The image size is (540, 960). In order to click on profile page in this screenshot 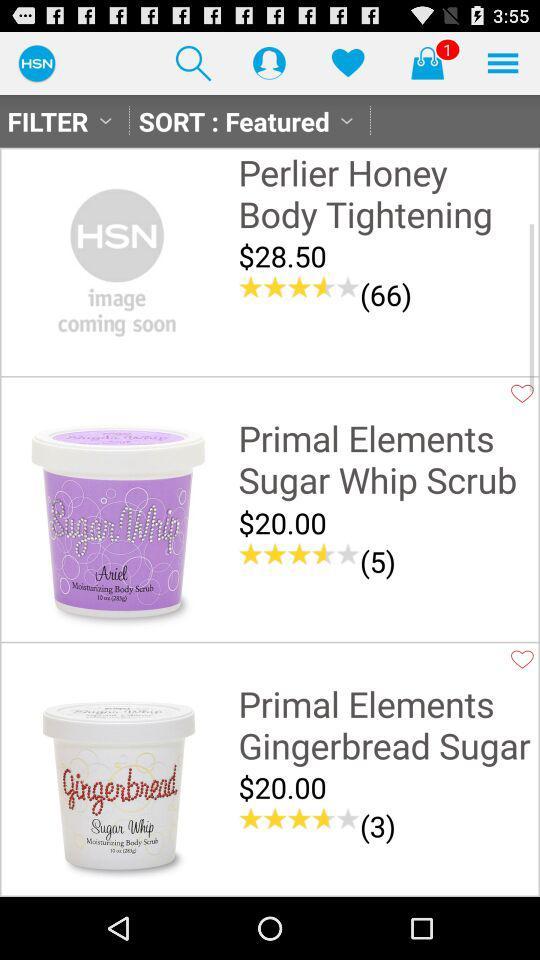, I will do `click(269, 62)`.